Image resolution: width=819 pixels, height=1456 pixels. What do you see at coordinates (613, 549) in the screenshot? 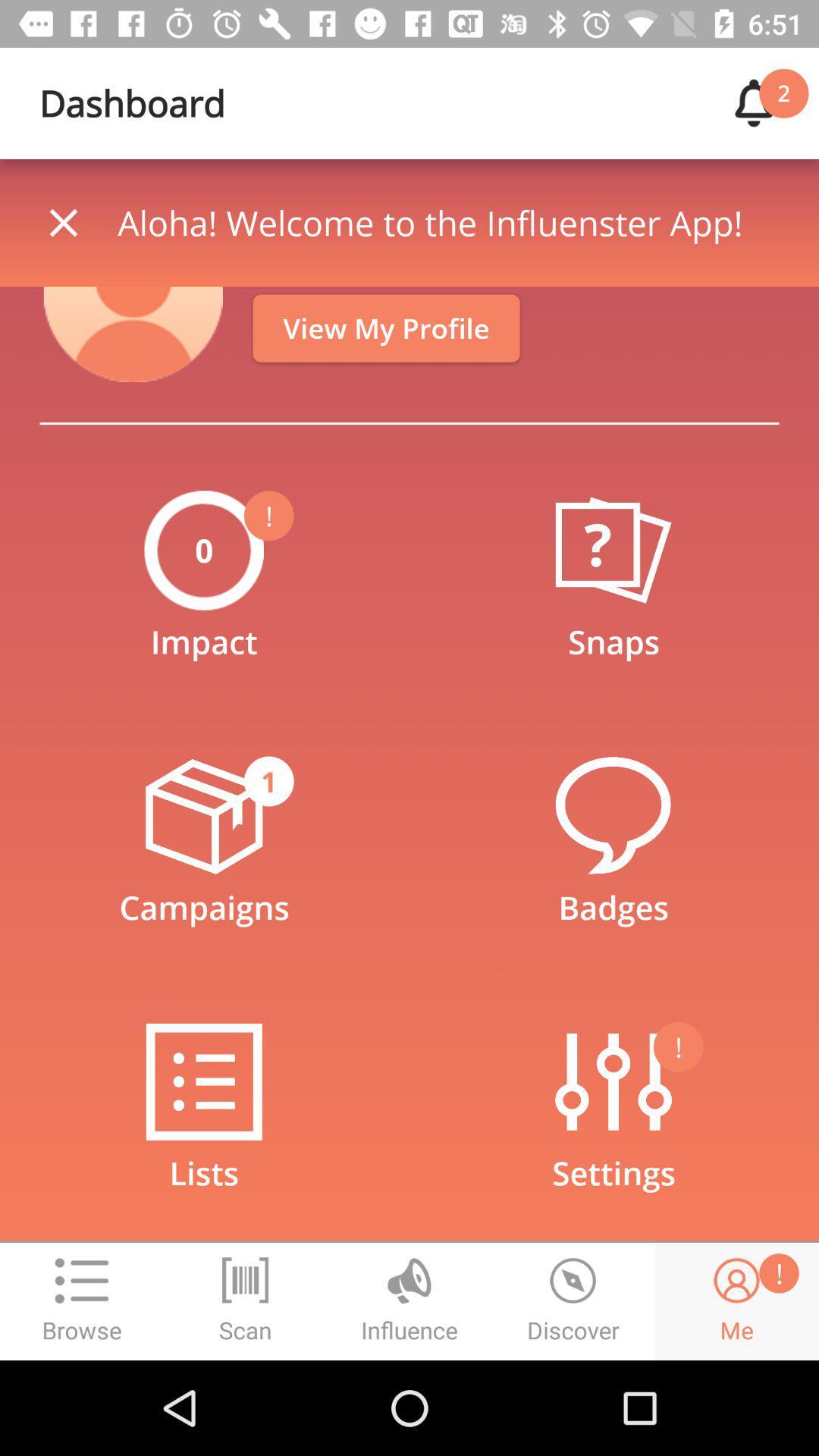
I see `the help icon` at bounding box center [613, 549].